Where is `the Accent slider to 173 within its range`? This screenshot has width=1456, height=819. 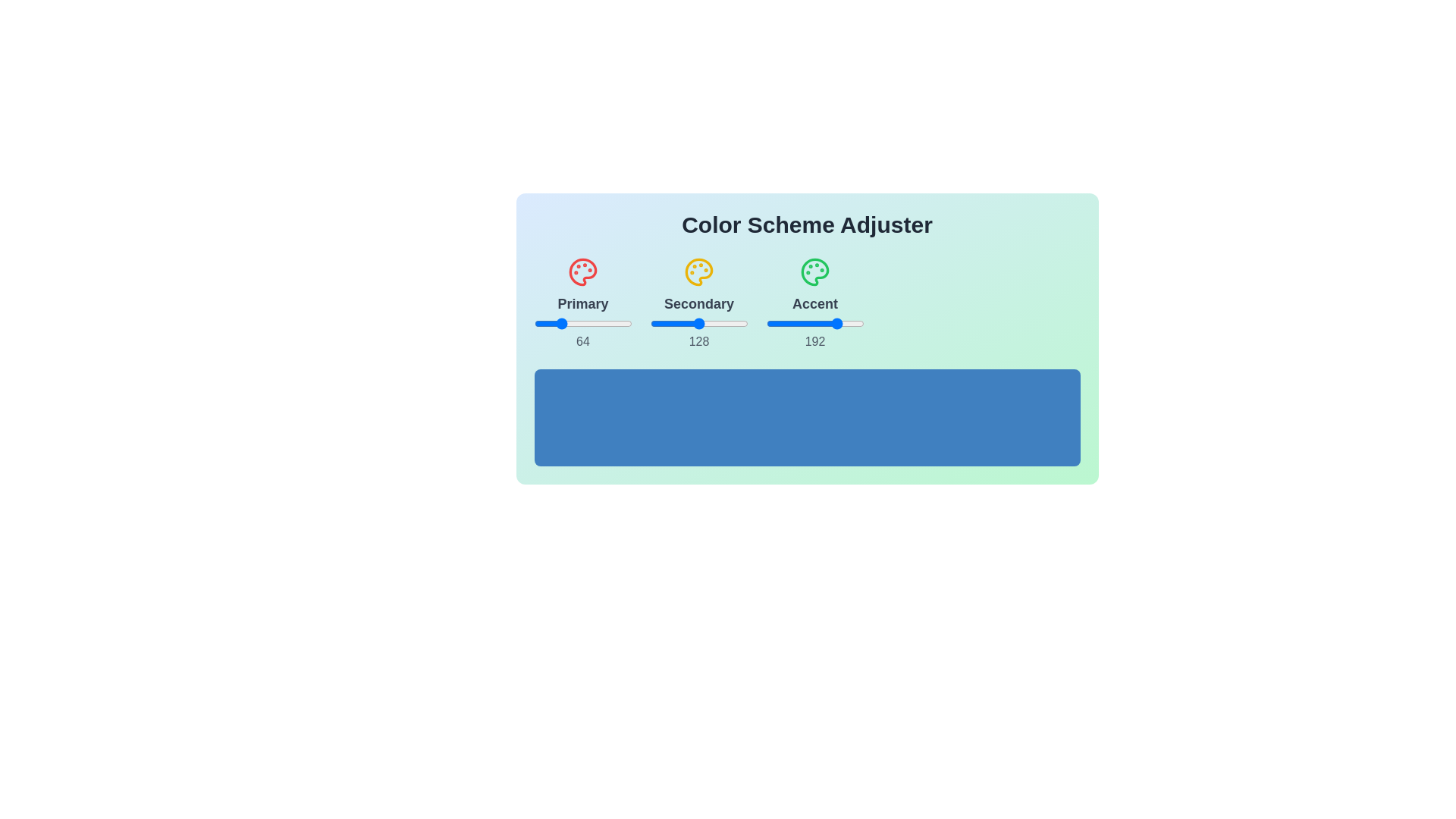
the Accent slider to 173 within its range is located at coordinates (832, 323).